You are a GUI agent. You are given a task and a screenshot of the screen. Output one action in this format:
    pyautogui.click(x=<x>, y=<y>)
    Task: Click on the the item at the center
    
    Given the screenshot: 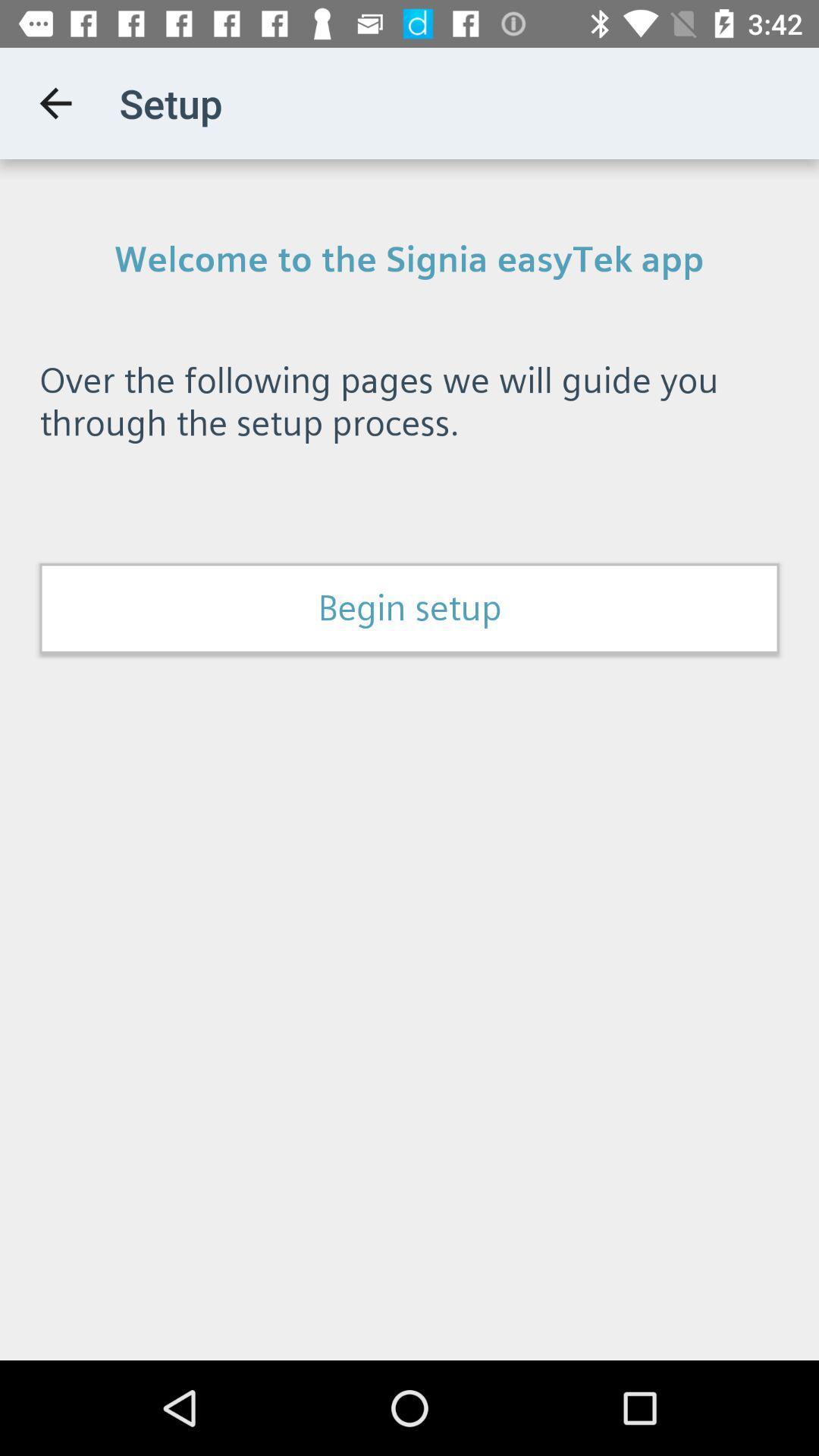 What is the action you would take?
    pyautogui.click(x=409, y=608)
    